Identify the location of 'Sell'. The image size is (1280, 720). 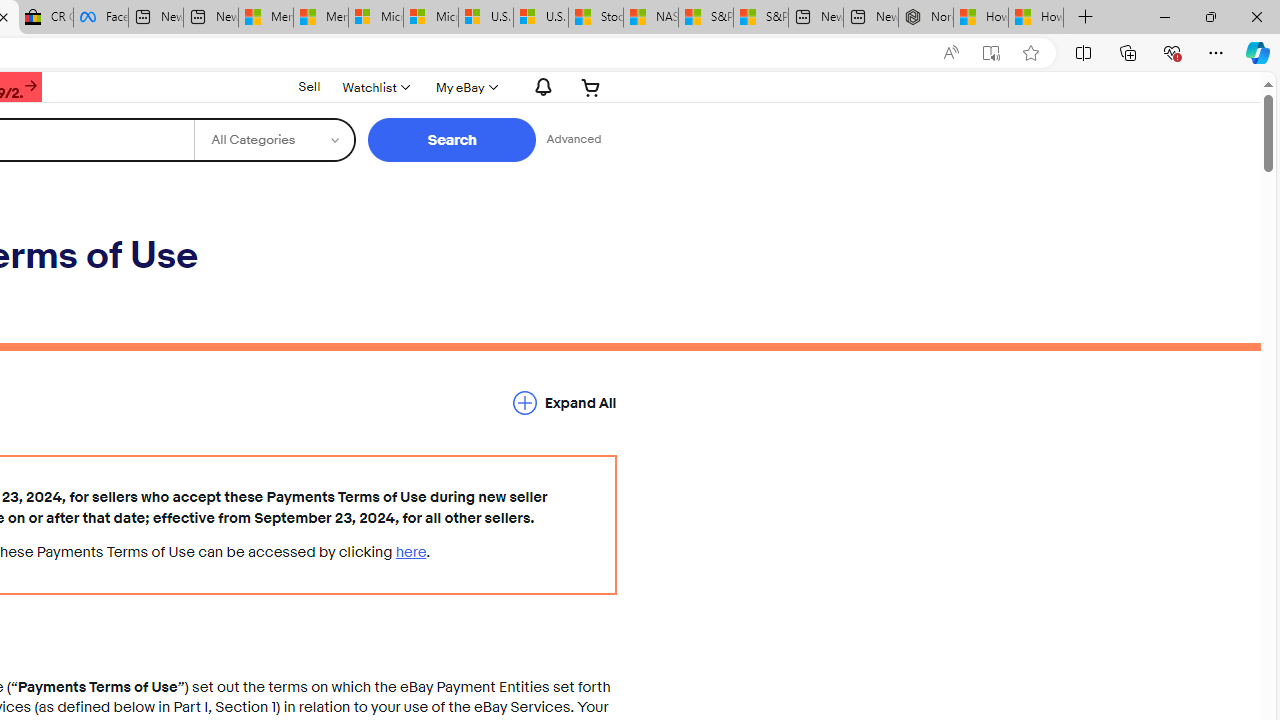
(308, 85).